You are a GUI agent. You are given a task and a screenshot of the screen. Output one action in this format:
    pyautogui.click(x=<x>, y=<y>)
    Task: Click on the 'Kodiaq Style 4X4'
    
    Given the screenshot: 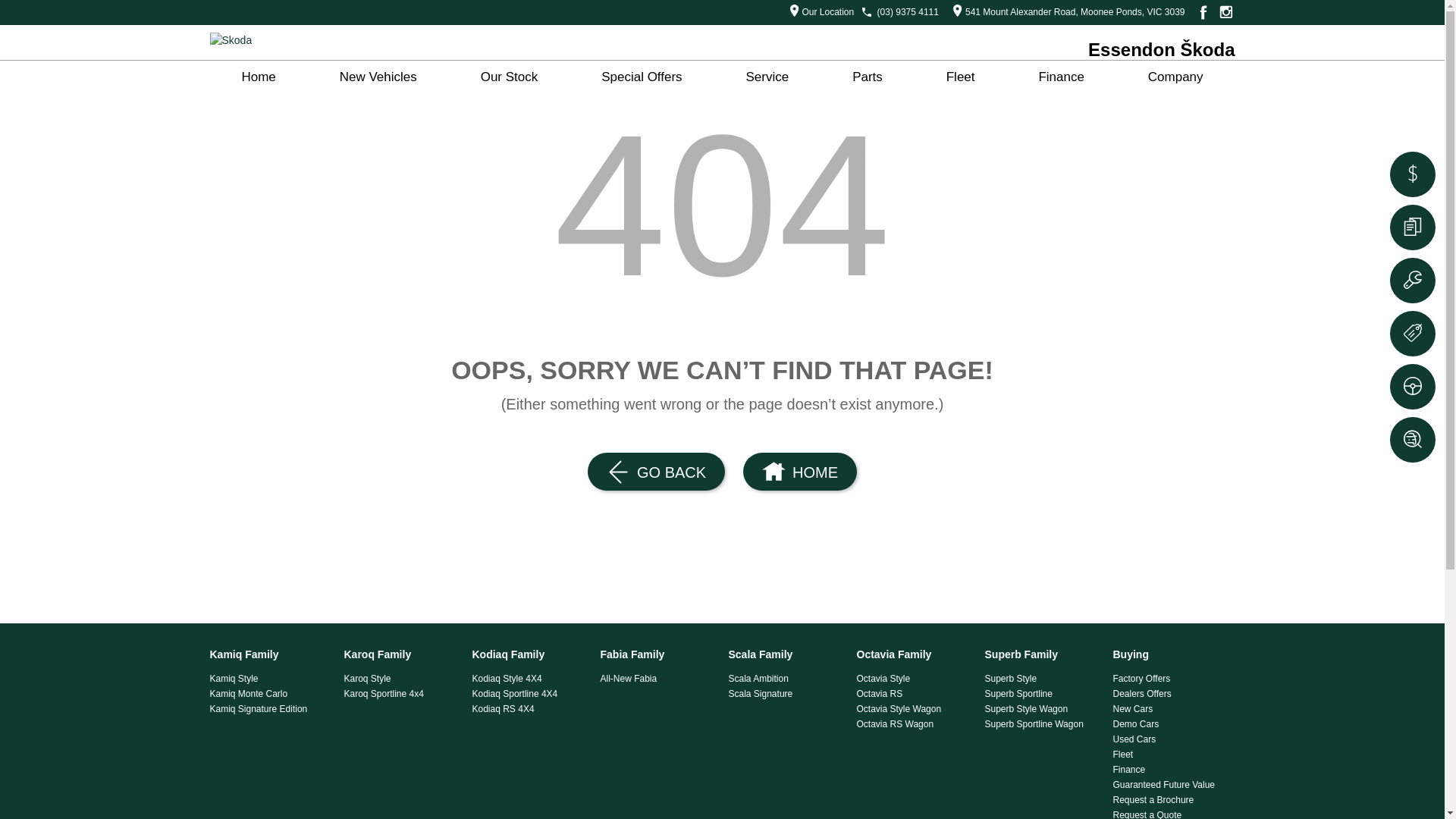 What is the action you would take?
    pyautogui.click(x=529, y=677)
    